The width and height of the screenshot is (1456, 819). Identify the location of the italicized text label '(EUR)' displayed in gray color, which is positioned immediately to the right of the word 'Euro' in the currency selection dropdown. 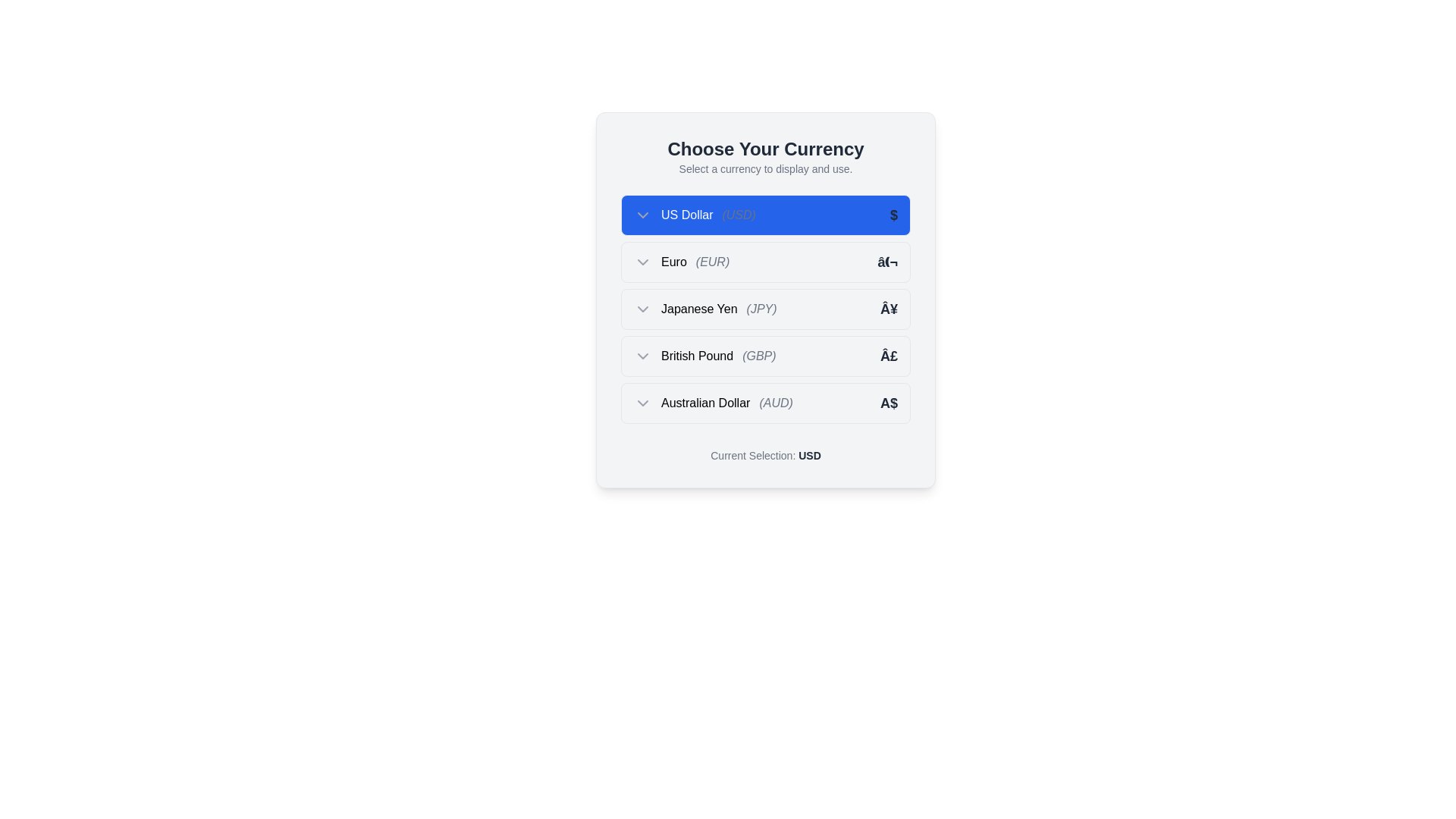
(712, 262).